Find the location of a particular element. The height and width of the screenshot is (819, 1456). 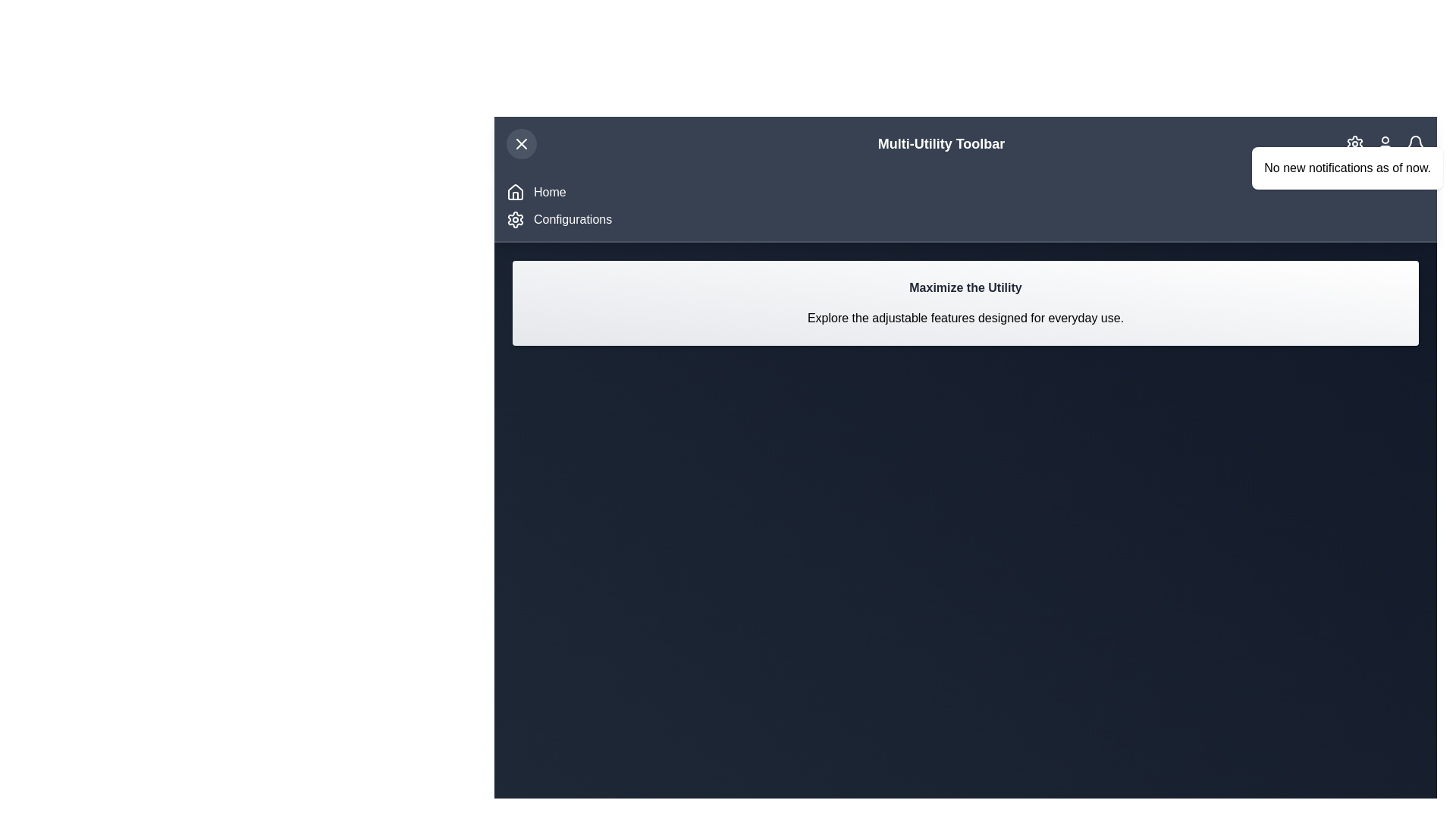

the bell icon to toggle the notifications panel is located at coordinates (1415, 143).